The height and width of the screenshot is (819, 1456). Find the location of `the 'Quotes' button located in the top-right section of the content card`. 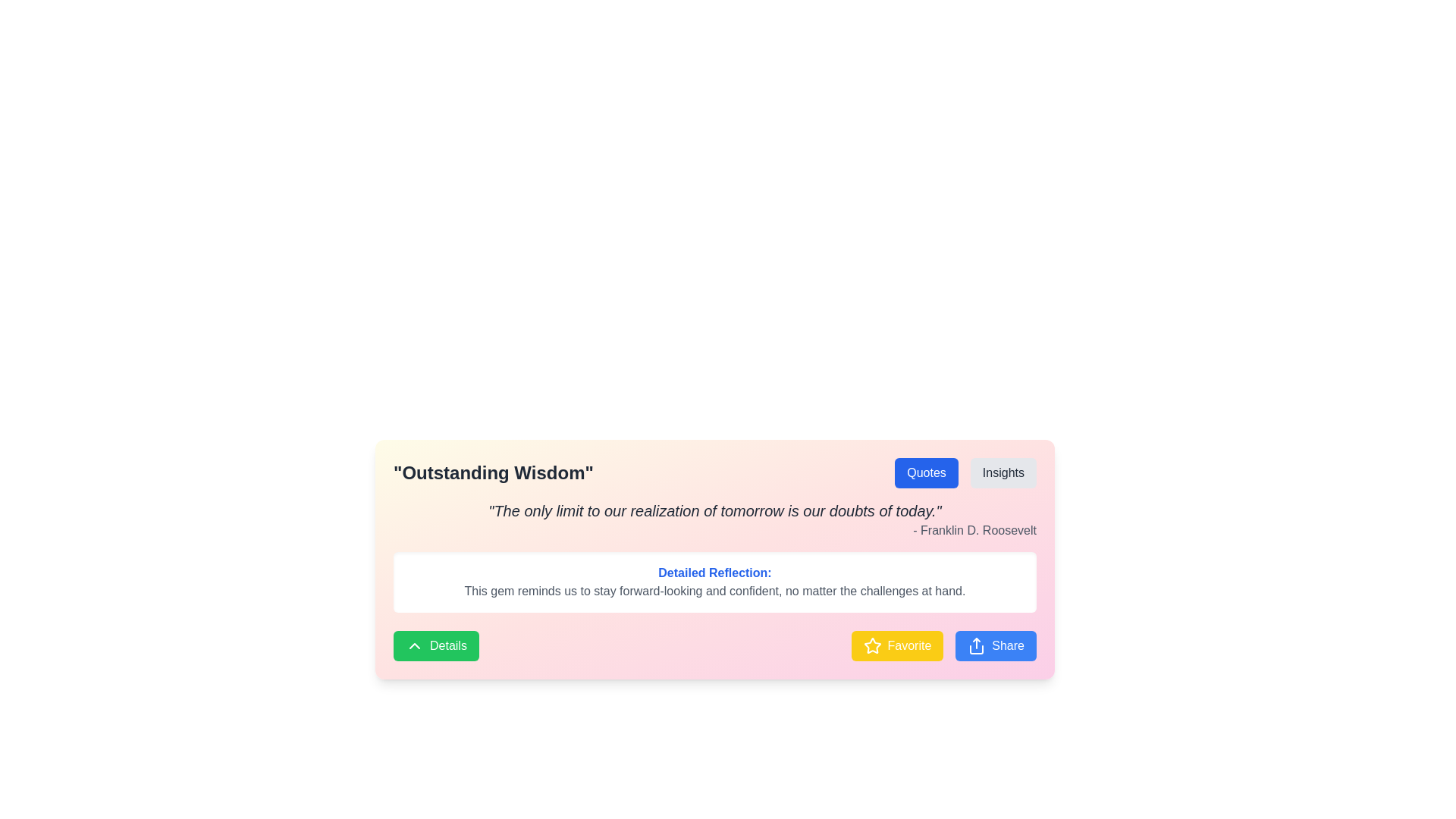

the 'Quotes' button located in the top-right section of the content card is located at coordinates (926, 472).